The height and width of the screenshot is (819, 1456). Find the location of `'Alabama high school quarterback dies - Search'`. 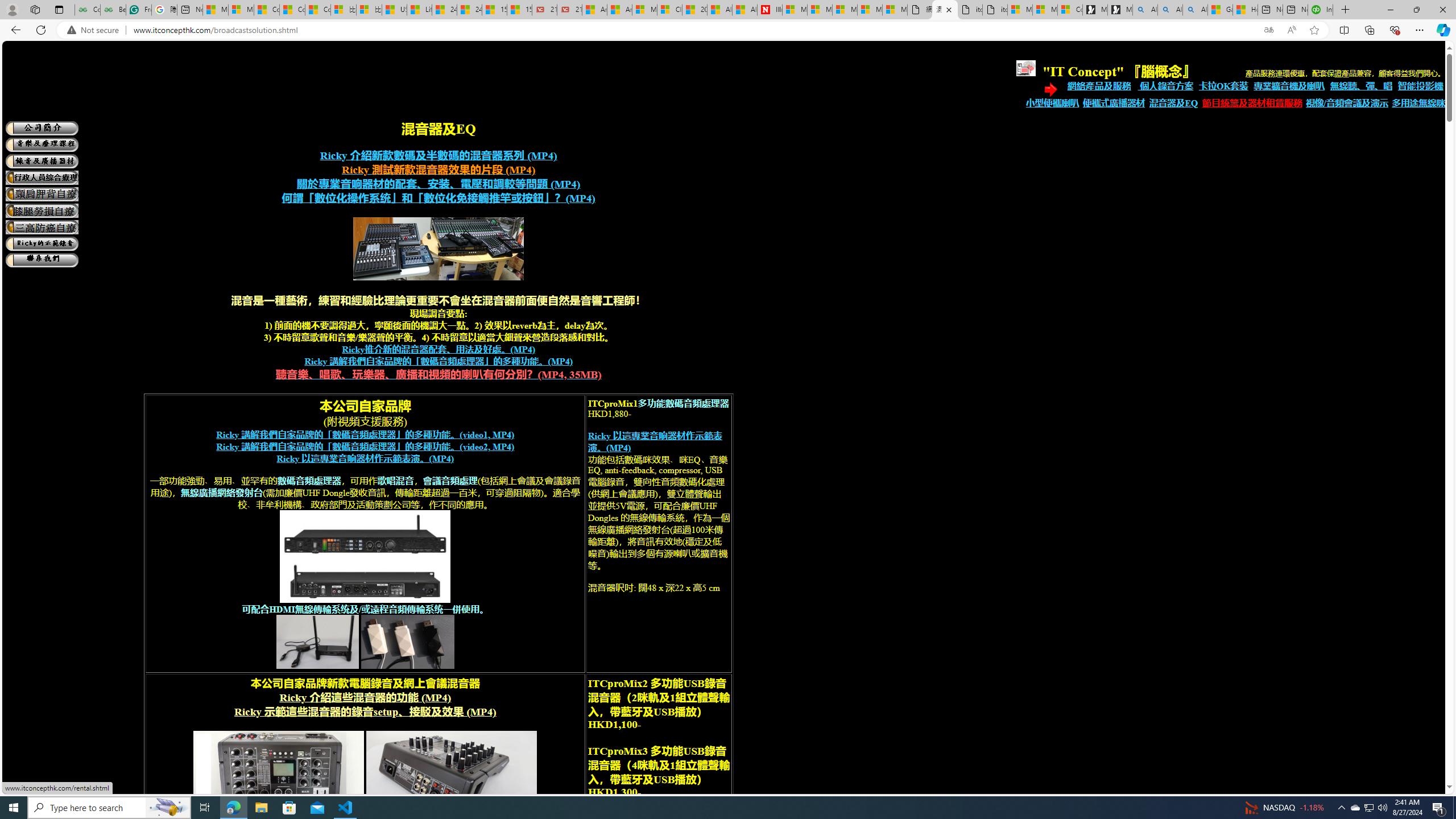

'Alabama high school quarterback dies - Search' is located at coordinates (1145, 9).